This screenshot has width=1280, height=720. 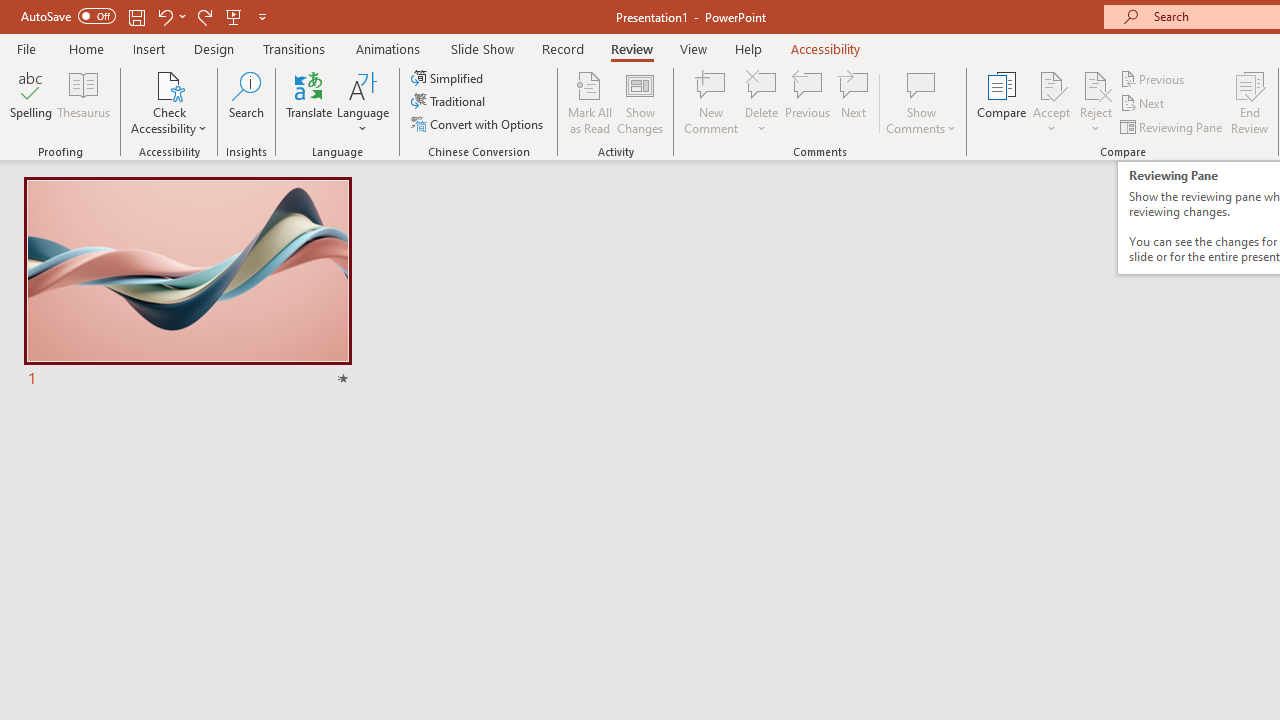 What do you see at coordinates (589, 103) in the screenshot?
I see `'Mark All as Read'` at bounding box center [589, 103].